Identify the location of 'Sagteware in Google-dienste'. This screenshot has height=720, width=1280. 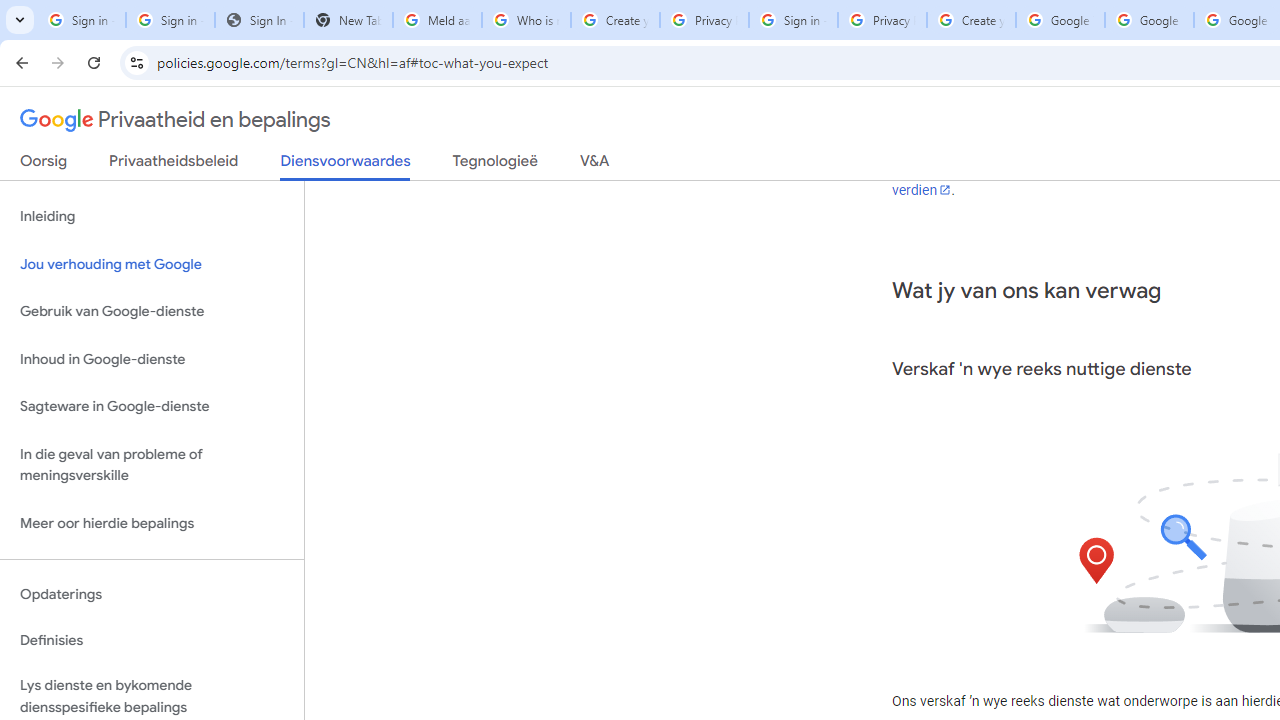
(151, 406).